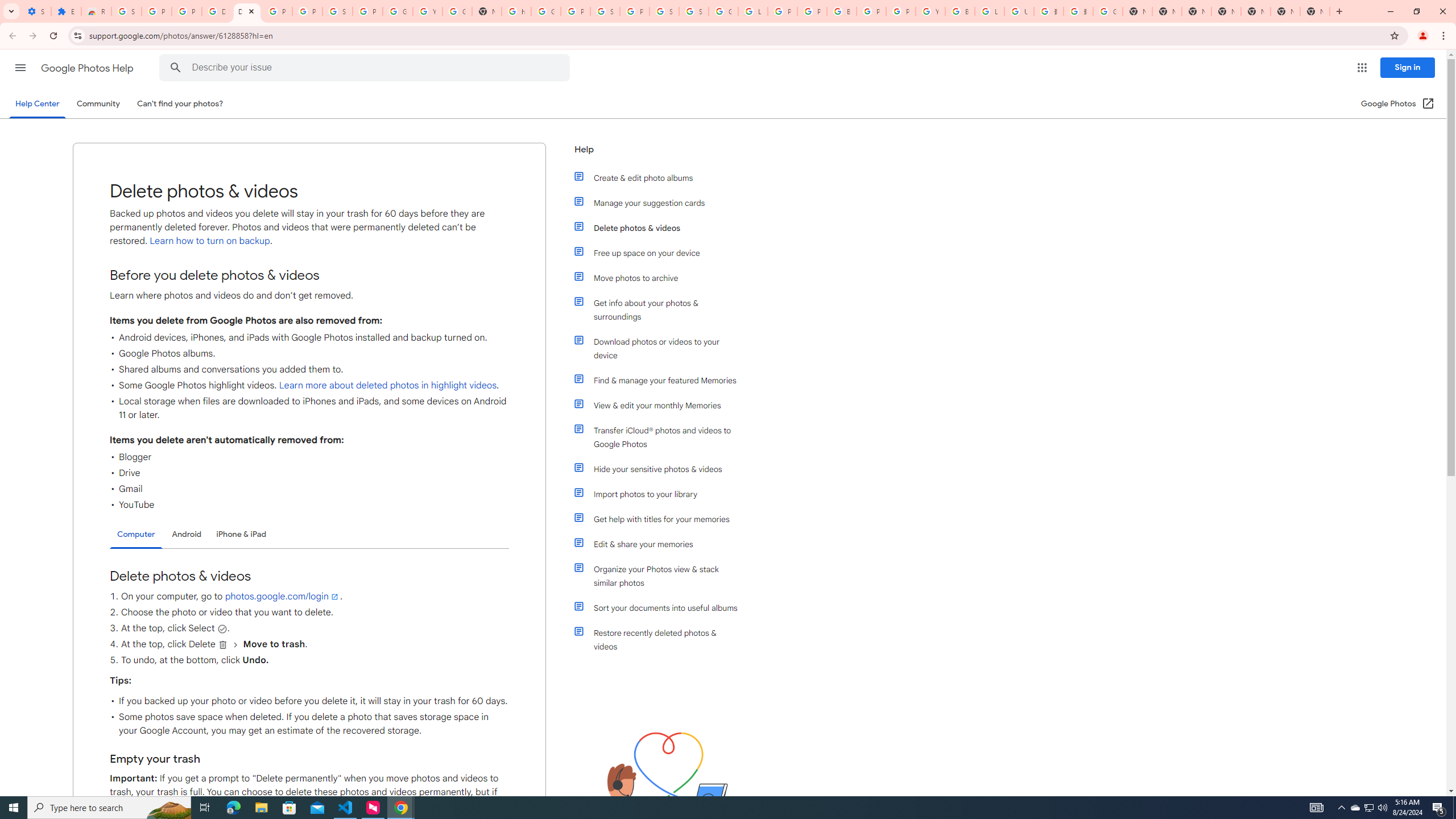 The image size is (1456, 819). Describe the element at coordinates (282, 597) in the screenshot. I see `'photos.google.com/login'` at that location.